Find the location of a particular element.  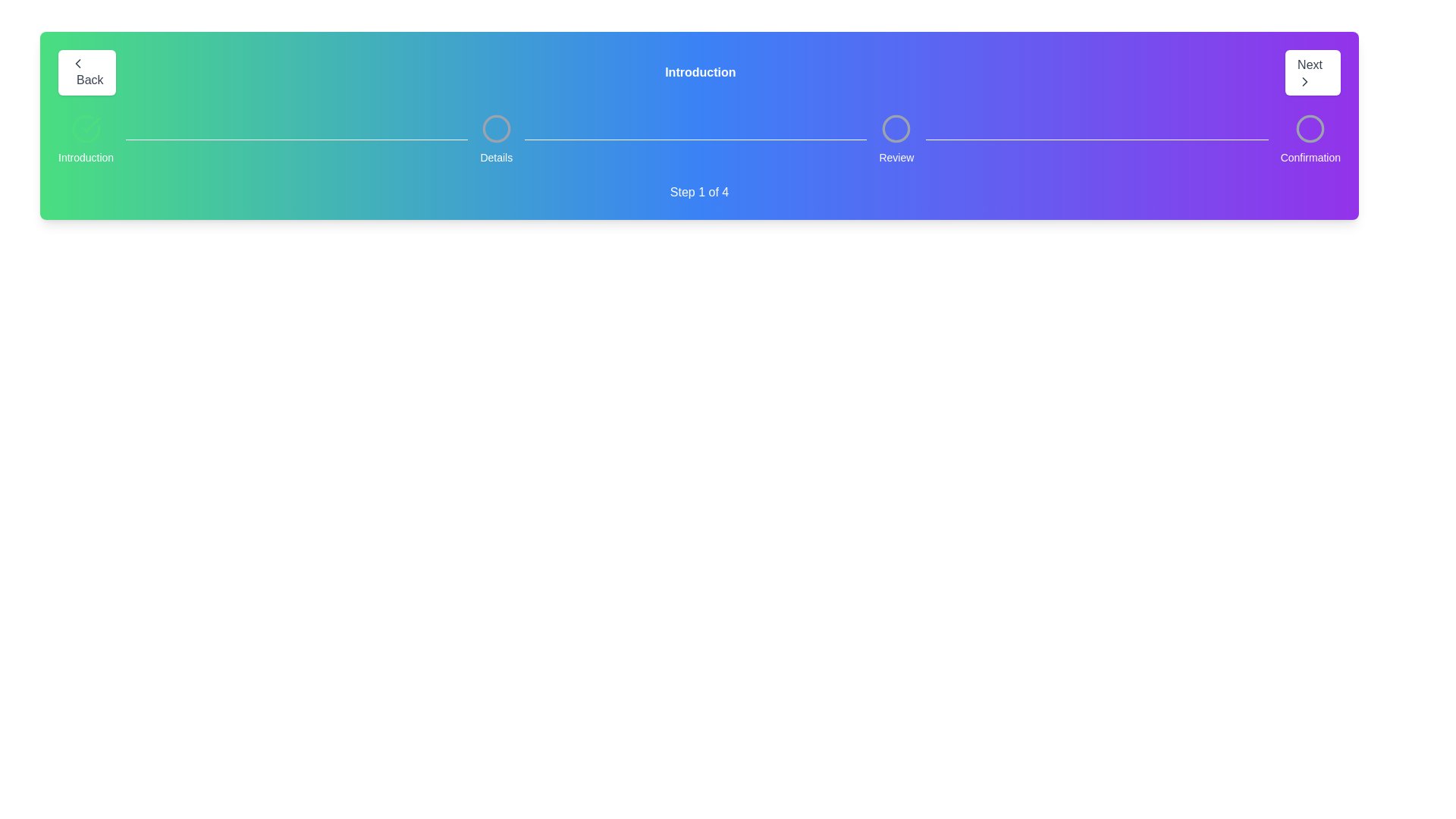

the static text label displaying the word 'Introduction' in bold white font, which is visually centered in a colorful horizontal bar transitioning from green to purple is located at coordinates (699, 73).